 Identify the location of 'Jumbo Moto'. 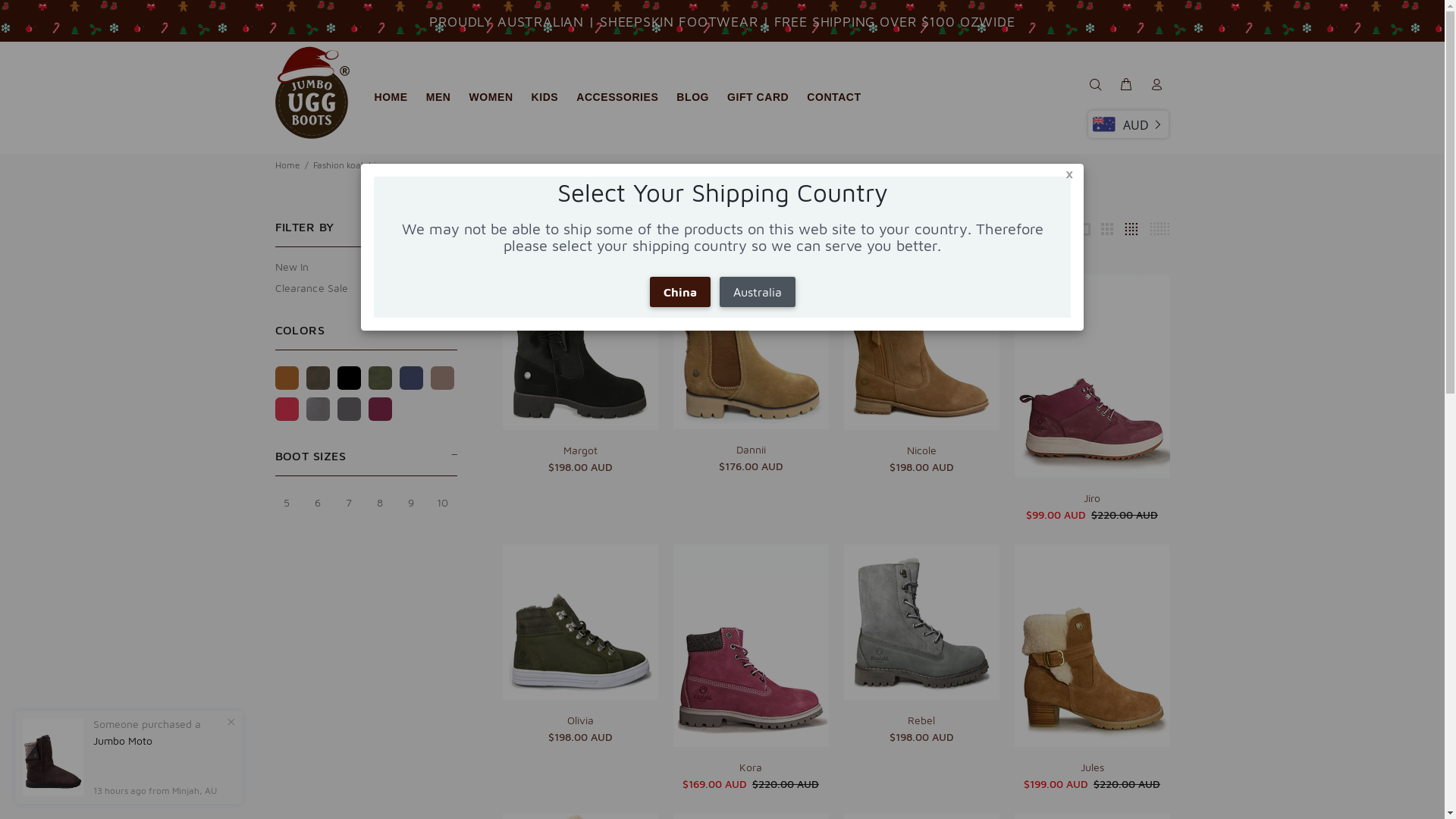
(123, 739).